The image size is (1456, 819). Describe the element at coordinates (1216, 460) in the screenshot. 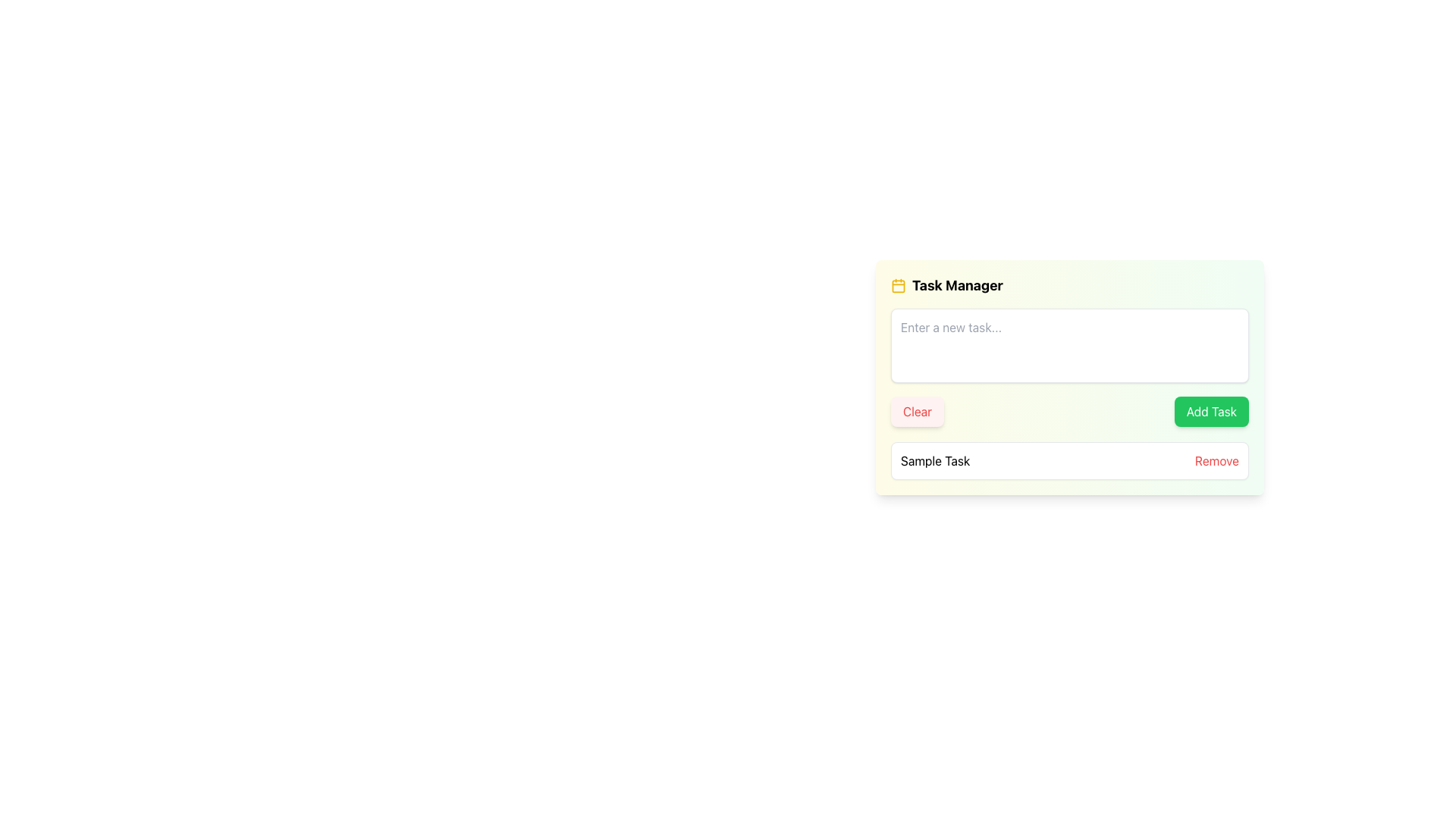

I see `the 'Remove' button, which is styled in bold red font and located to the far right of the 'Sample Task' item, to observe visual feedback` at that location.